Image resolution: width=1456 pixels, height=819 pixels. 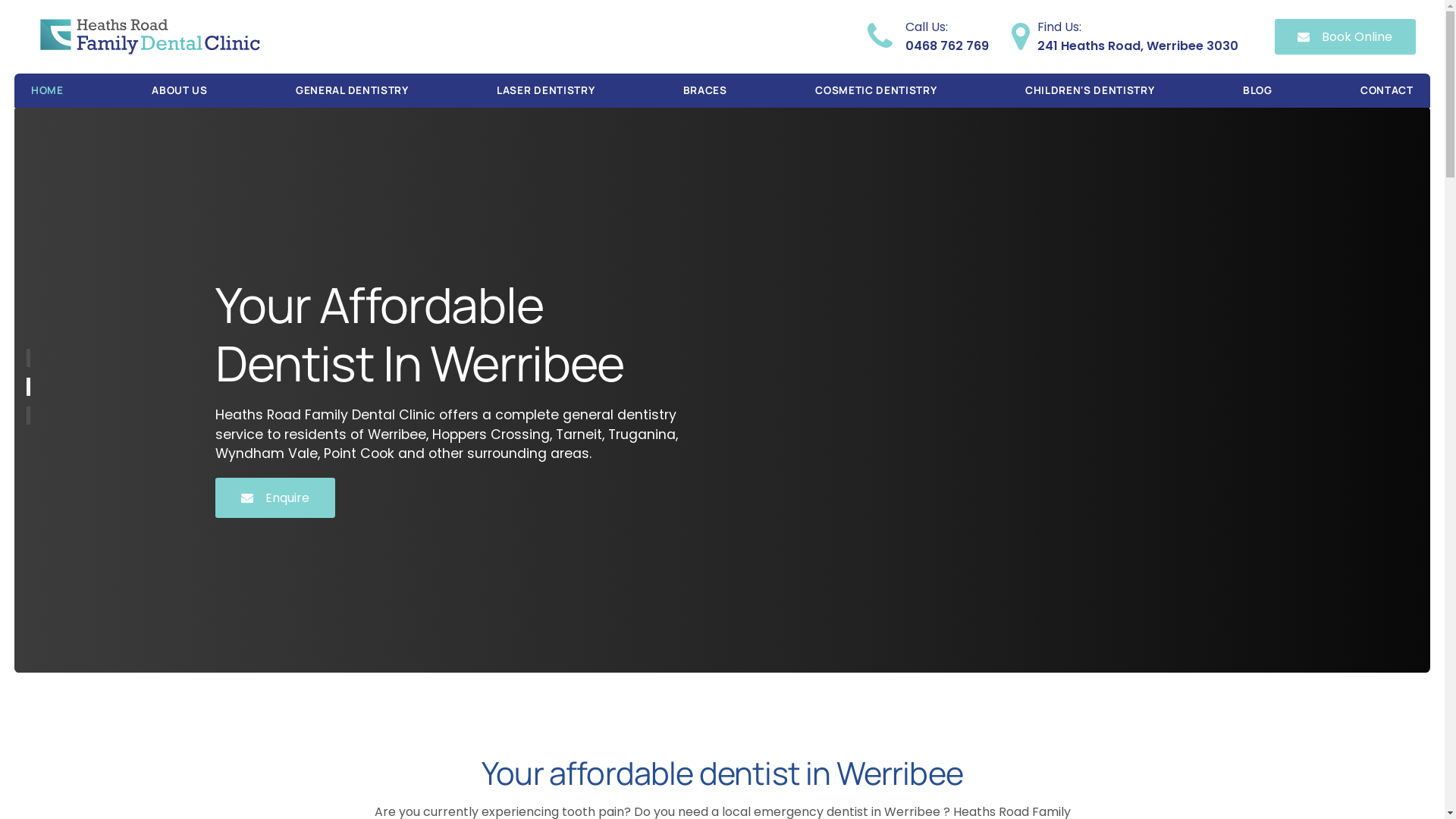 I want to click on 'BRACES', so click(x=704, y=90).